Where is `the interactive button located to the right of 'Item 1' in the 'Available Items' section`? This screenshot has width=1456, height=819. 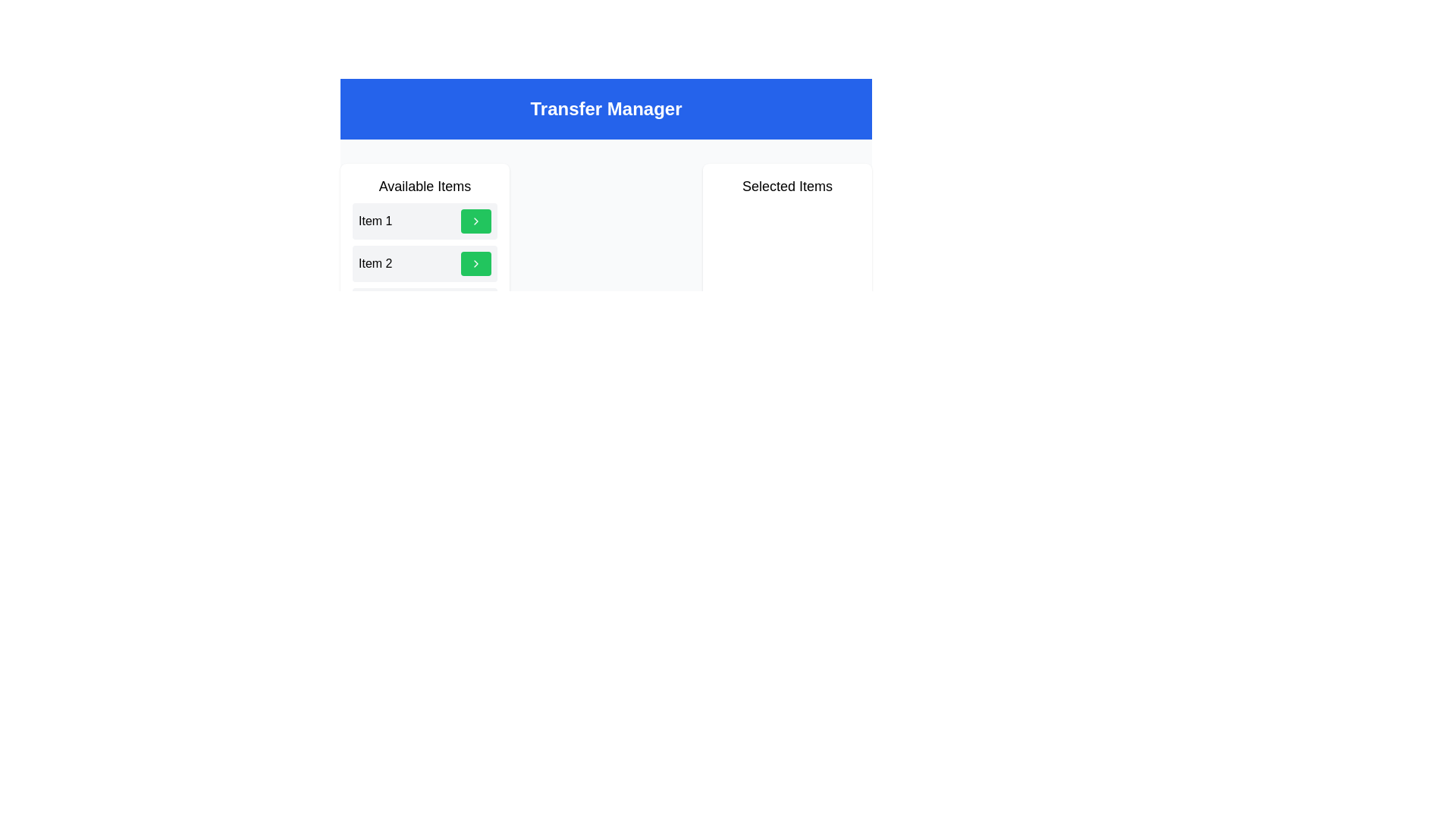 the interactive button located to the right of 'Item 1' in the 'Available Items' section is located at coordinates (475, 221).